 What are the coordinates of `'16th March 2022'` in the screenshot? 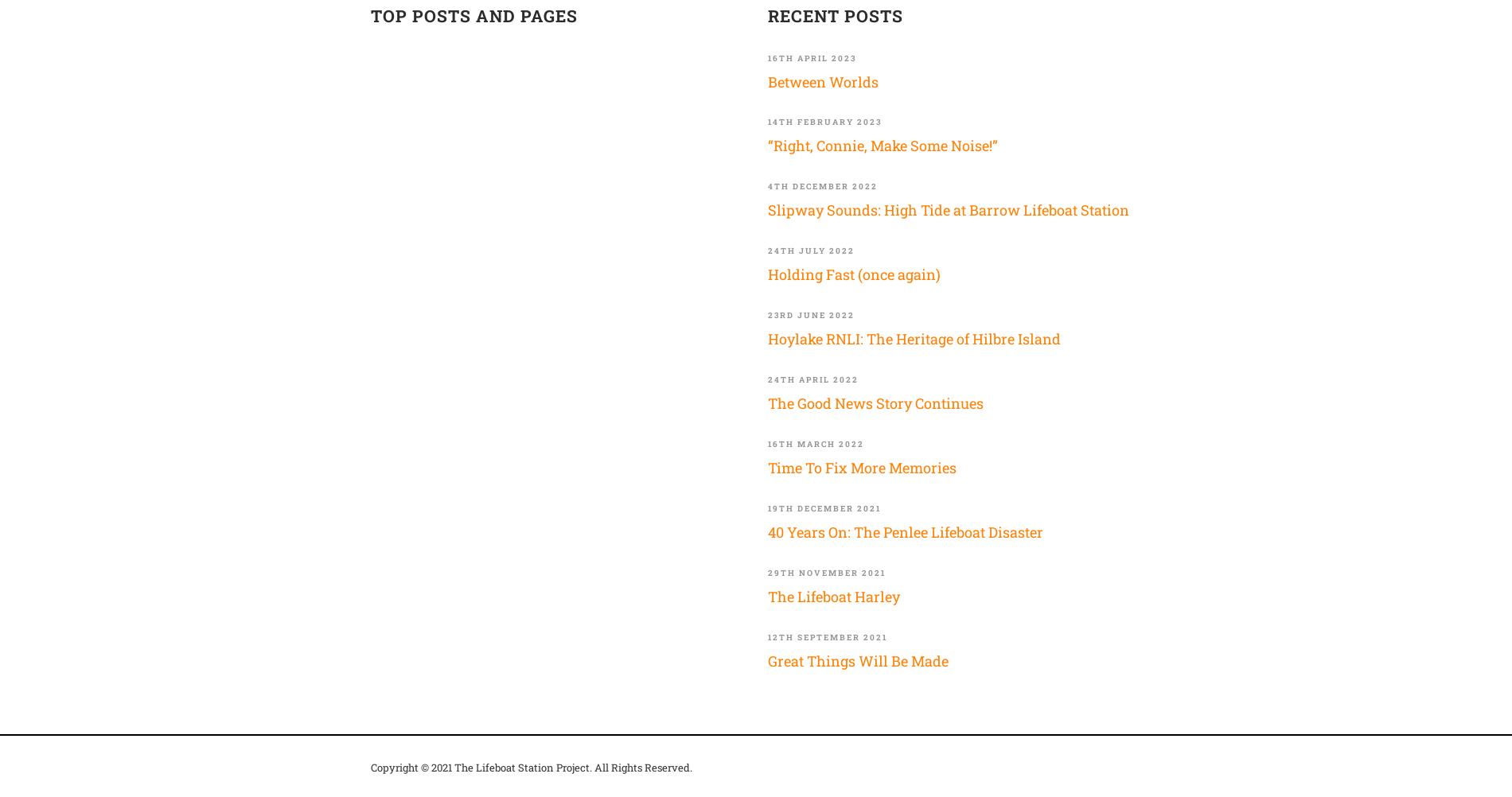 It's located at (816, 443).